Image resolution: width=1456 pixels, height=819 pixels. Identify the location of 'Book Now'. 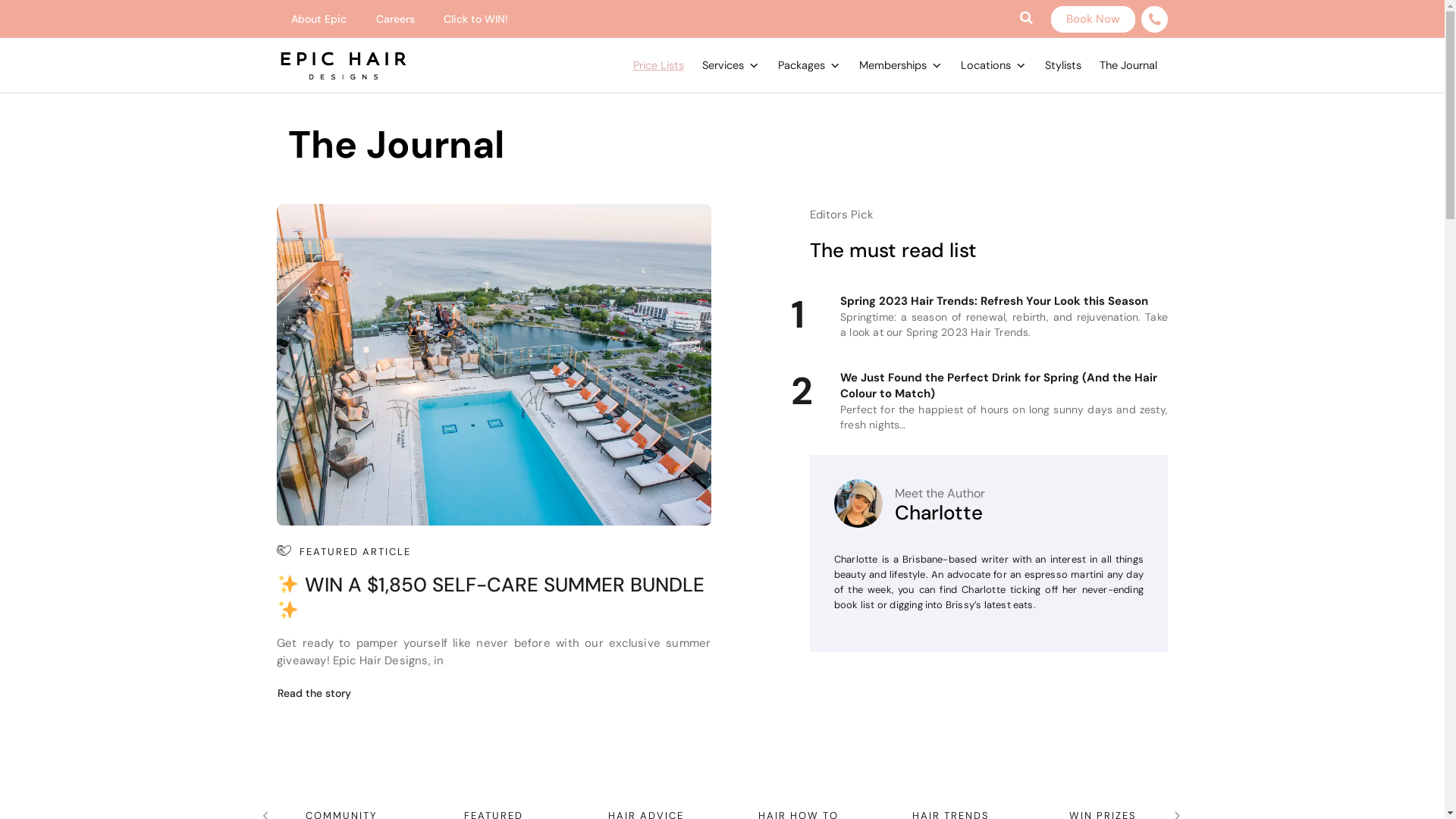
(1093, 19).